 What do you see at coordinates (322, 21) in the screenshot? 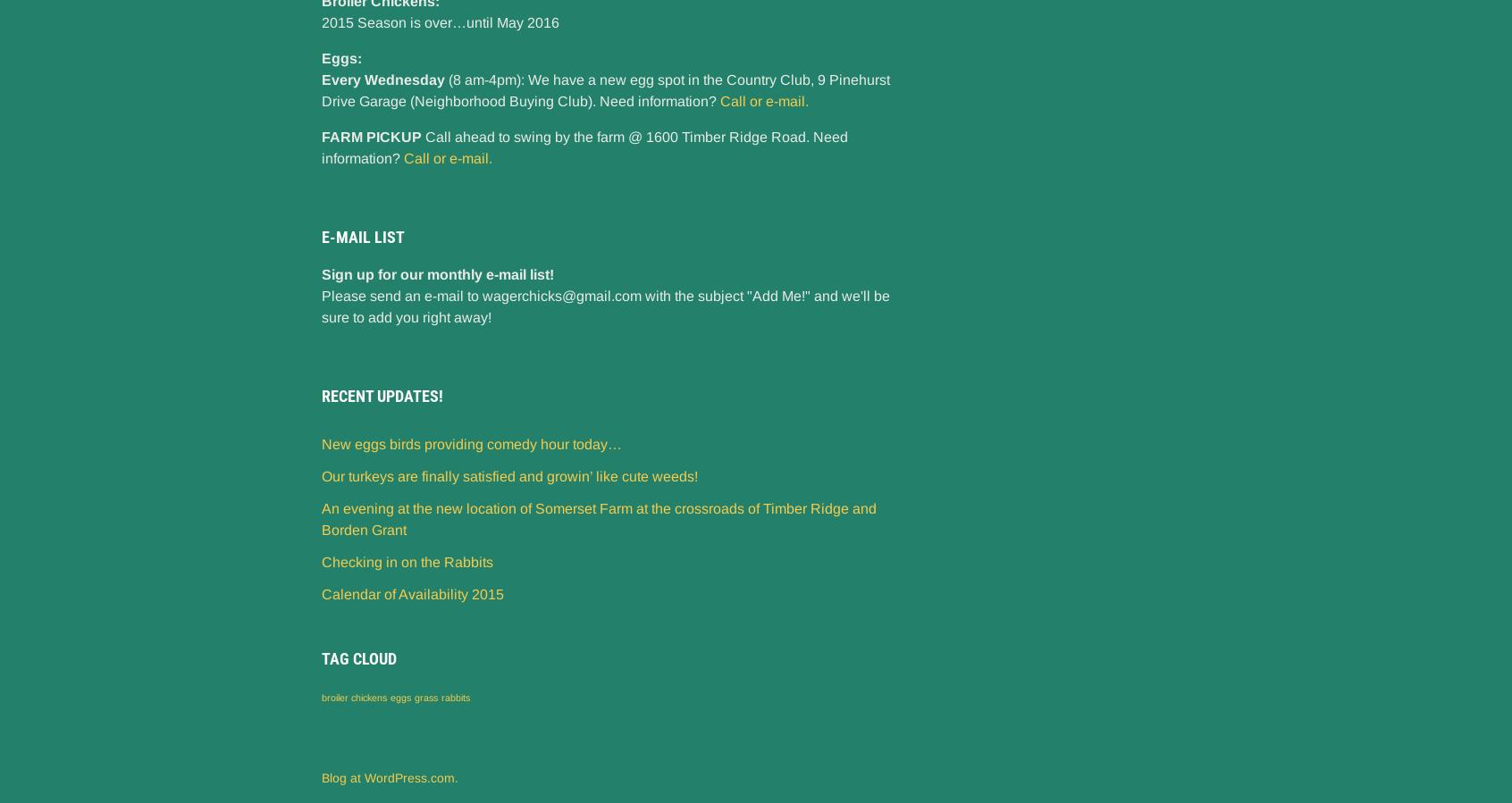
I see `'2015 Season is over…until May 2016'` at bounding box center [322, 21].